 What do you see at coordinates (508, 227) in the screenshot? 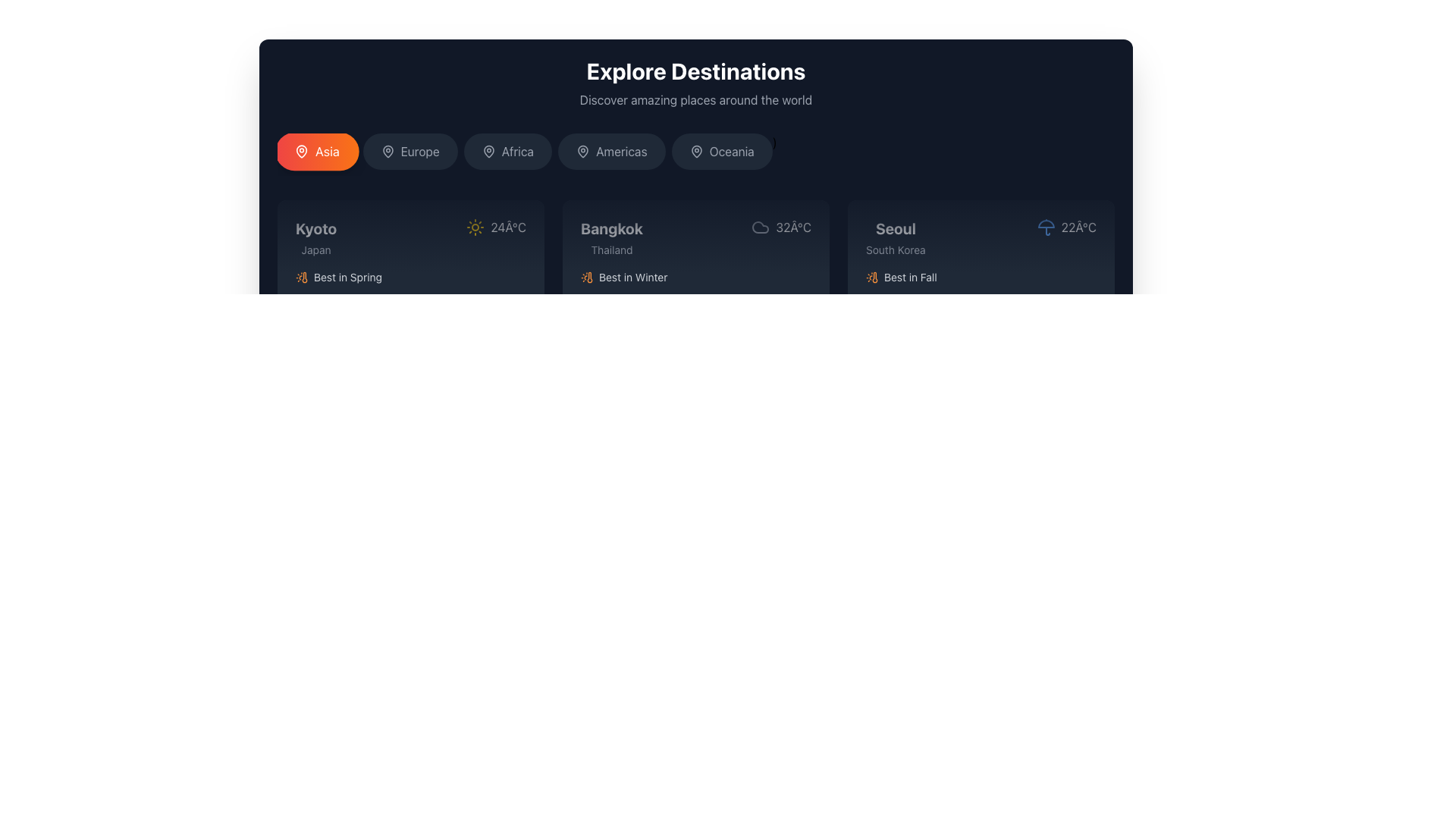
I see `the temperature text label displaying '24°C' in white font, which is located in the first card for the city 'Kyoto', adjacent to the yellow sun icon` at bounding box center [508, 227].